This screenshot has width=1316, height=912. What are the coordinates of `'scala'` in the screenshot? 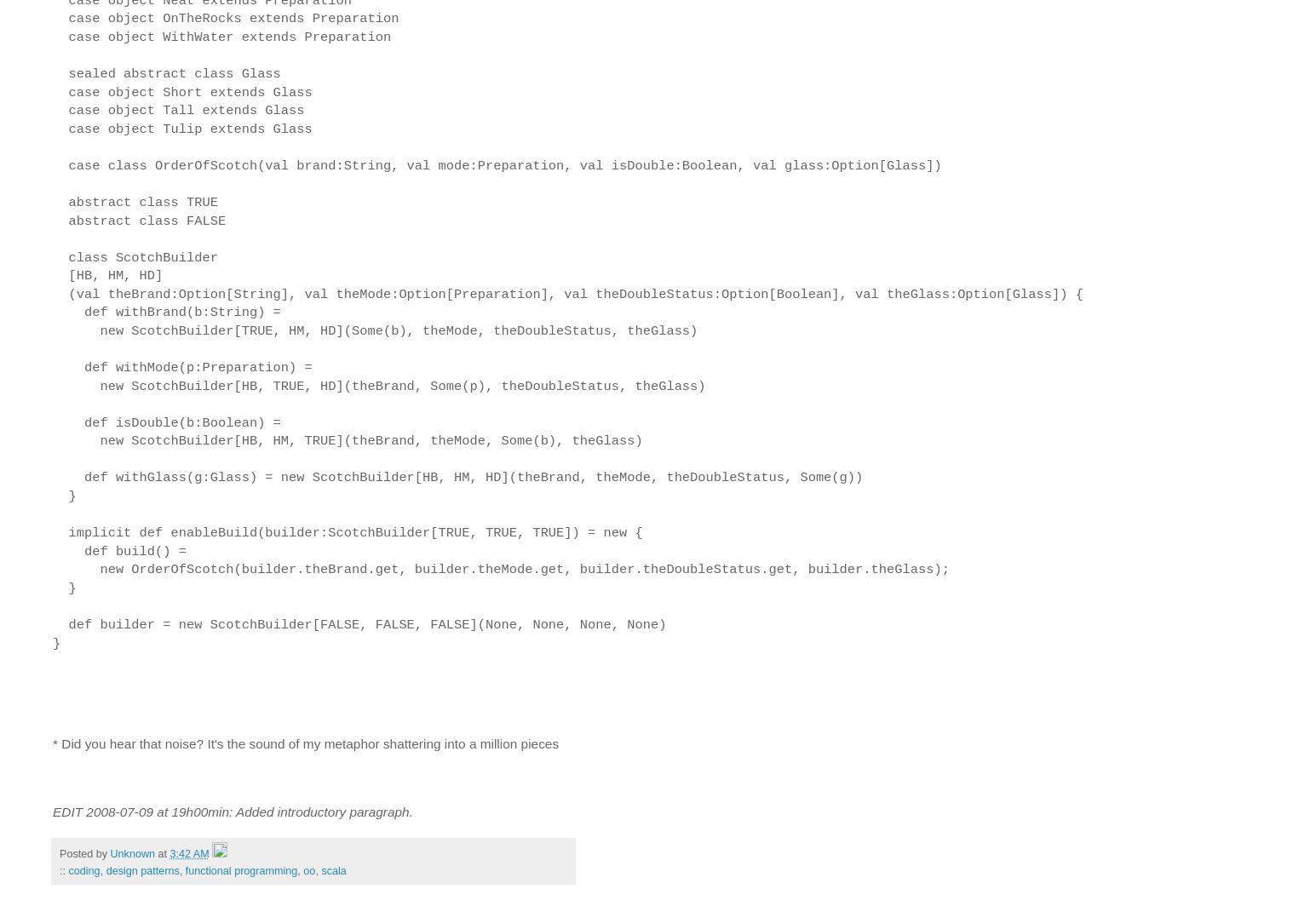 It's located at (332, 871).